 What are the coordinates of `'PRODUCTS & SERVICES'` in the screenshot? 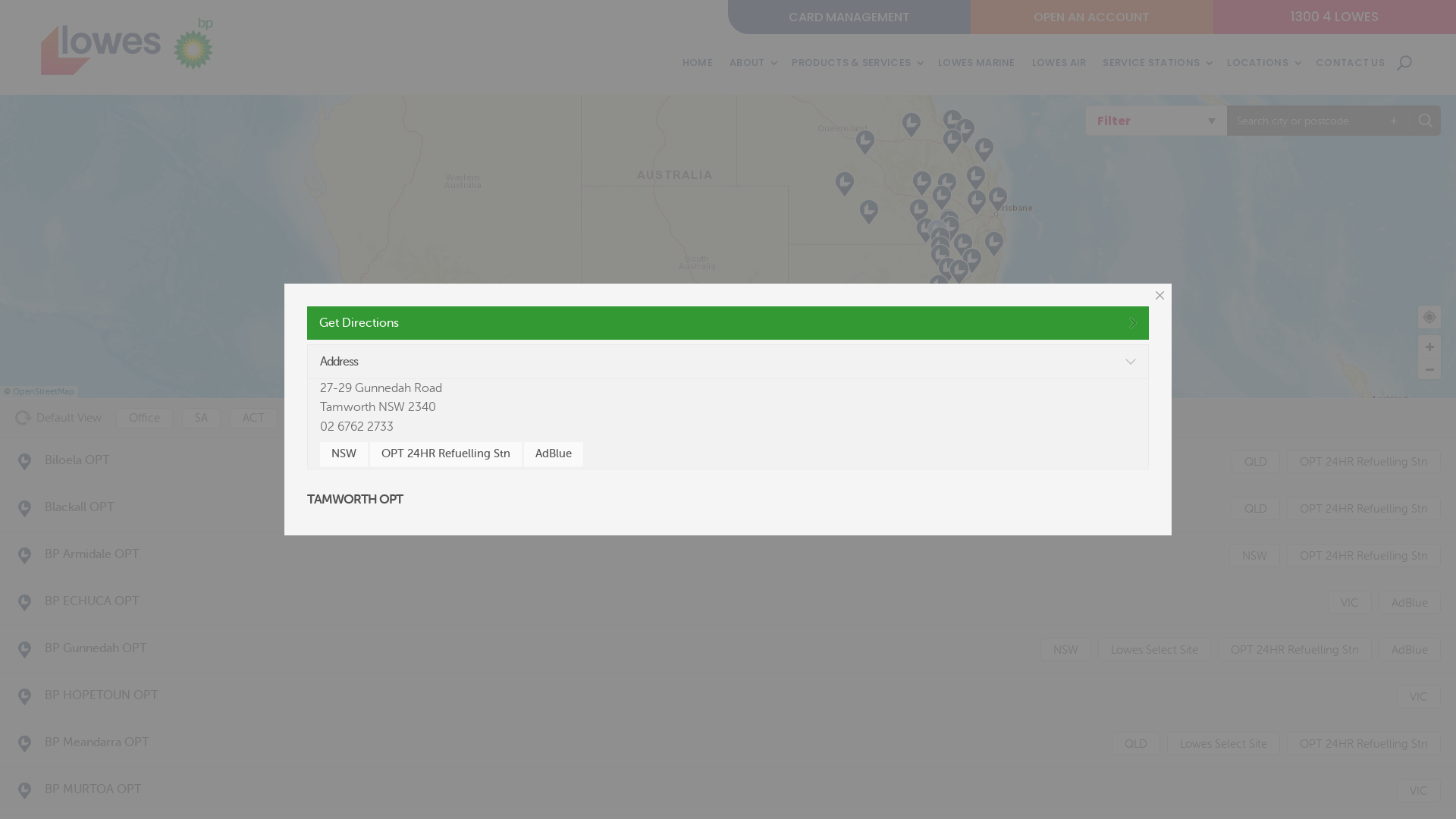 It's located at (856, 62).